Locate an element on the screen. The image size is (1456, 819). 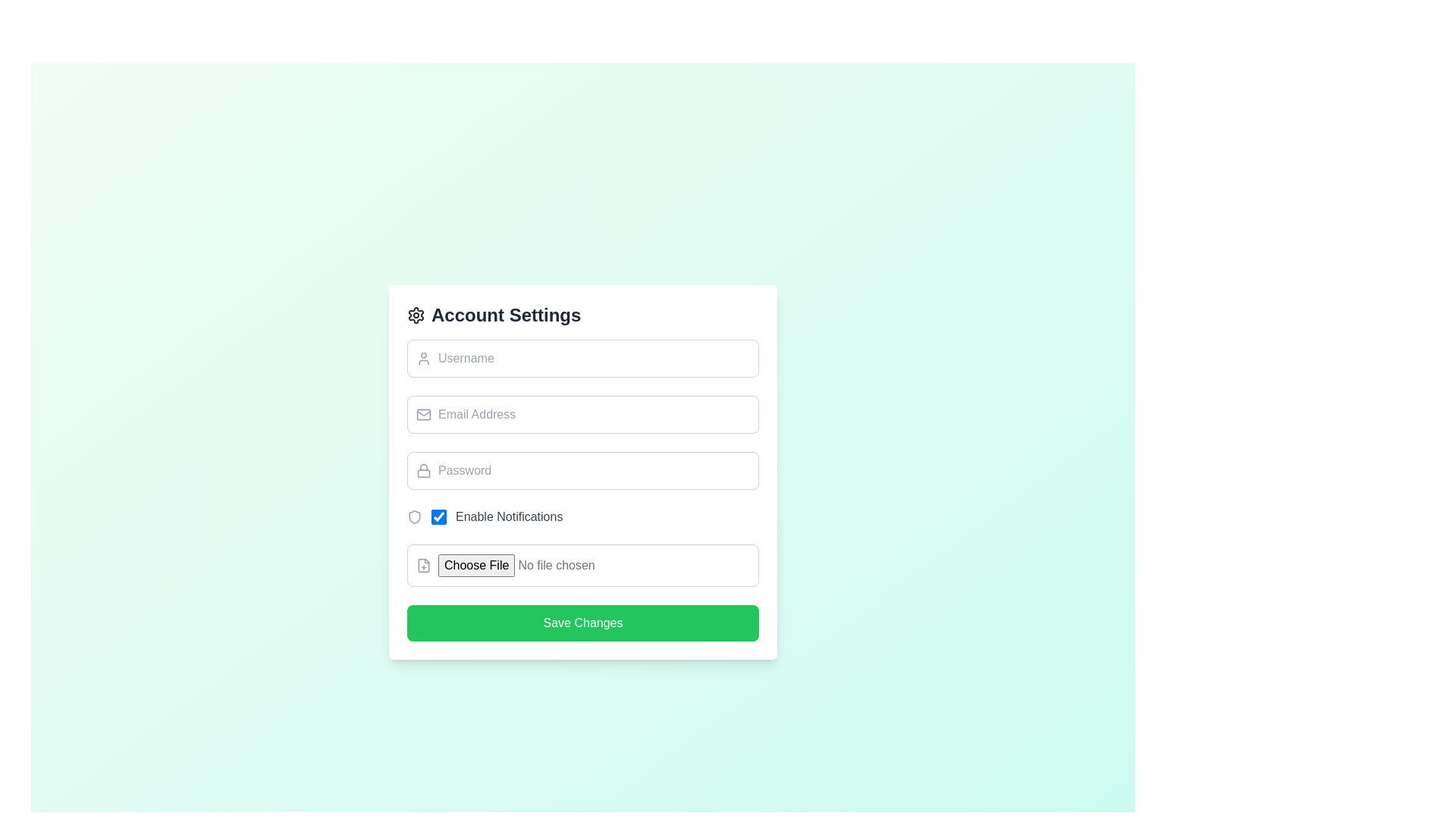
the shield-shaped vector graphic icon with a thin border, located near the top-left corner of the settings panel, adjacent to the 'Account Settings' label is located at coordinates (415, 516).